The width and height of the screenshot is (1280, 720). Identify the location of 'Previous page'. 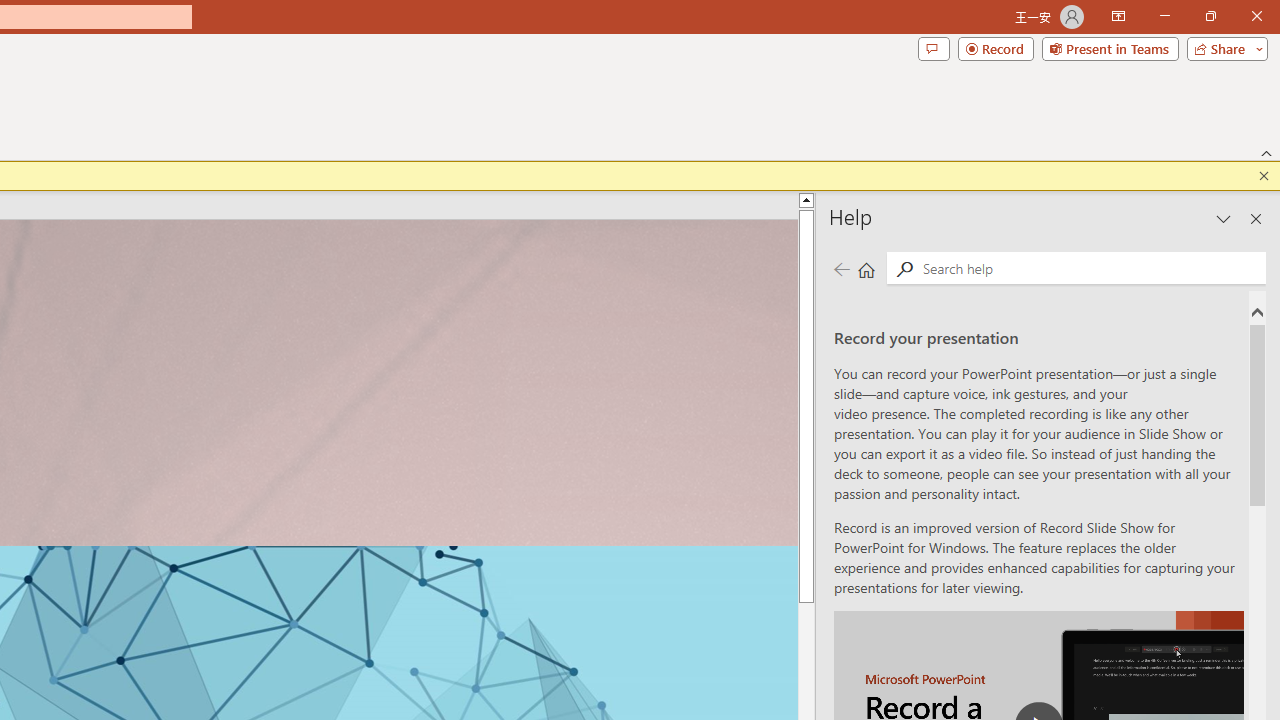
(841, 268).